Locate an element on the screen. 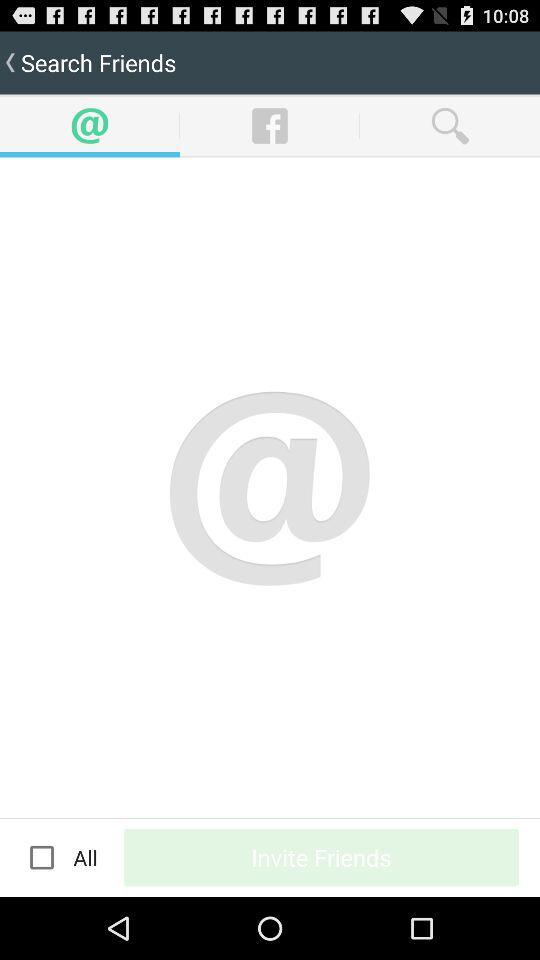  the invite friends item is located at coordinates (321, 856).